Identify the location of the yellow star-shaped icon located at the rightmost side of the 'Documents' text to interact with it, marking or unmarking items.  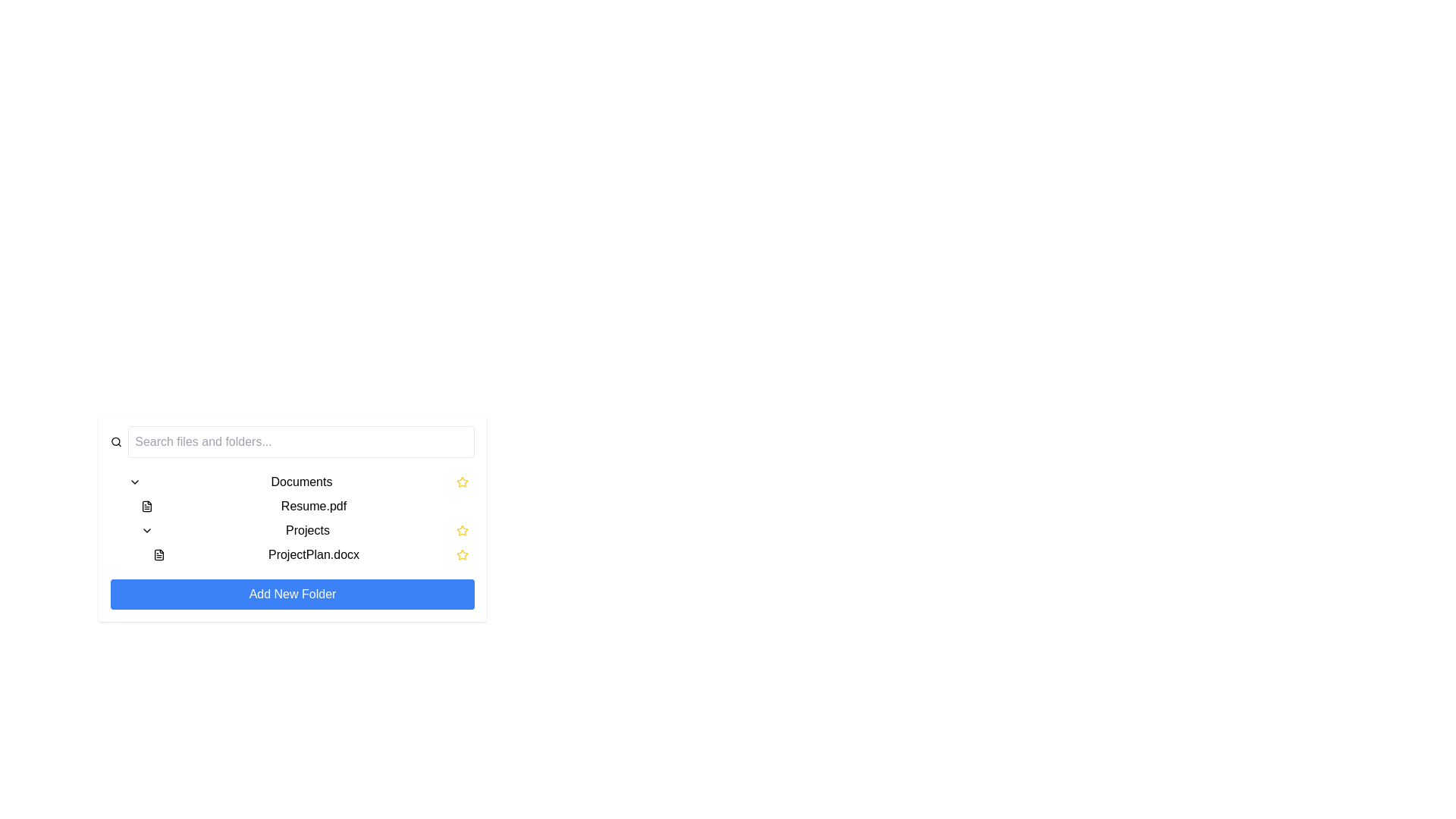
(461, 482).